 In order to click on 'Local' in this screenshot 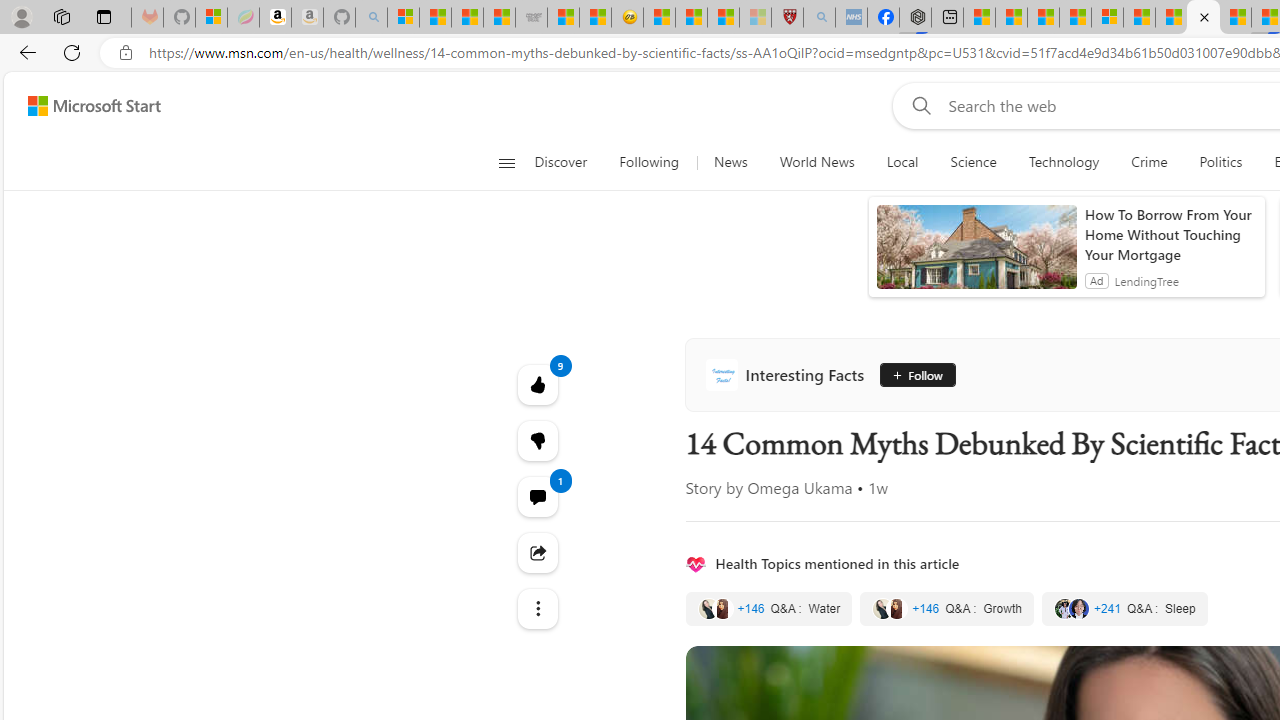, I will do `click(901, 162)`.